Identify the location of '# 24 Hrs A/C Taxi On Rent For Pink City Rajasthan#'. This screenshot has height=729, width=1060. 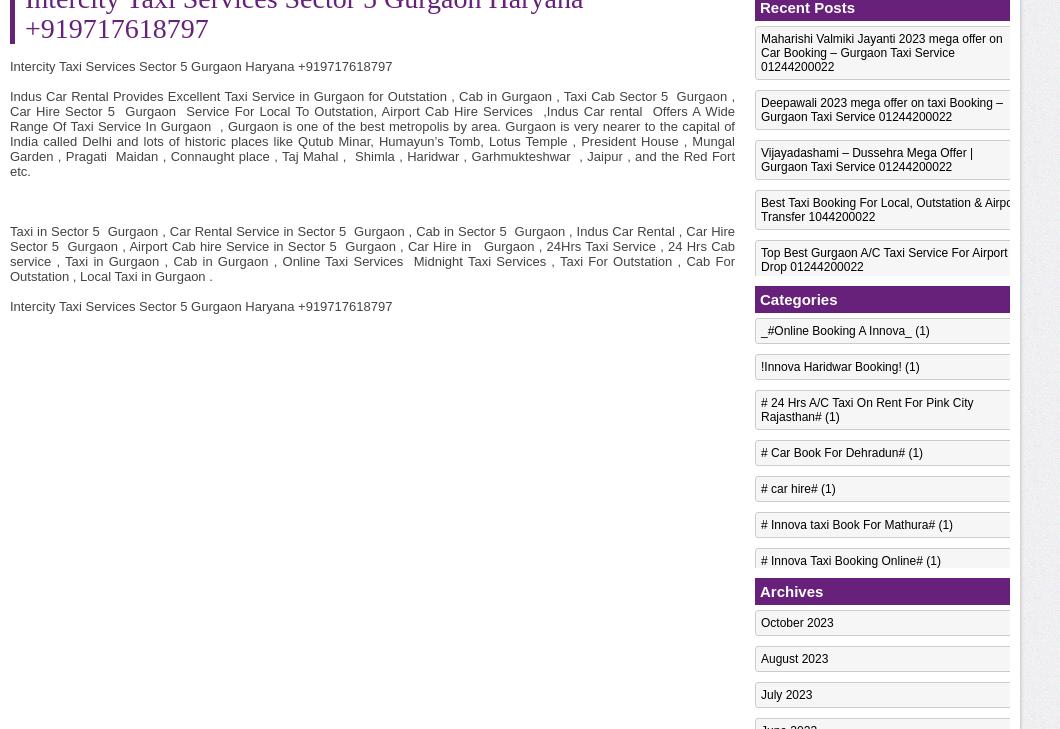
(866, 409).